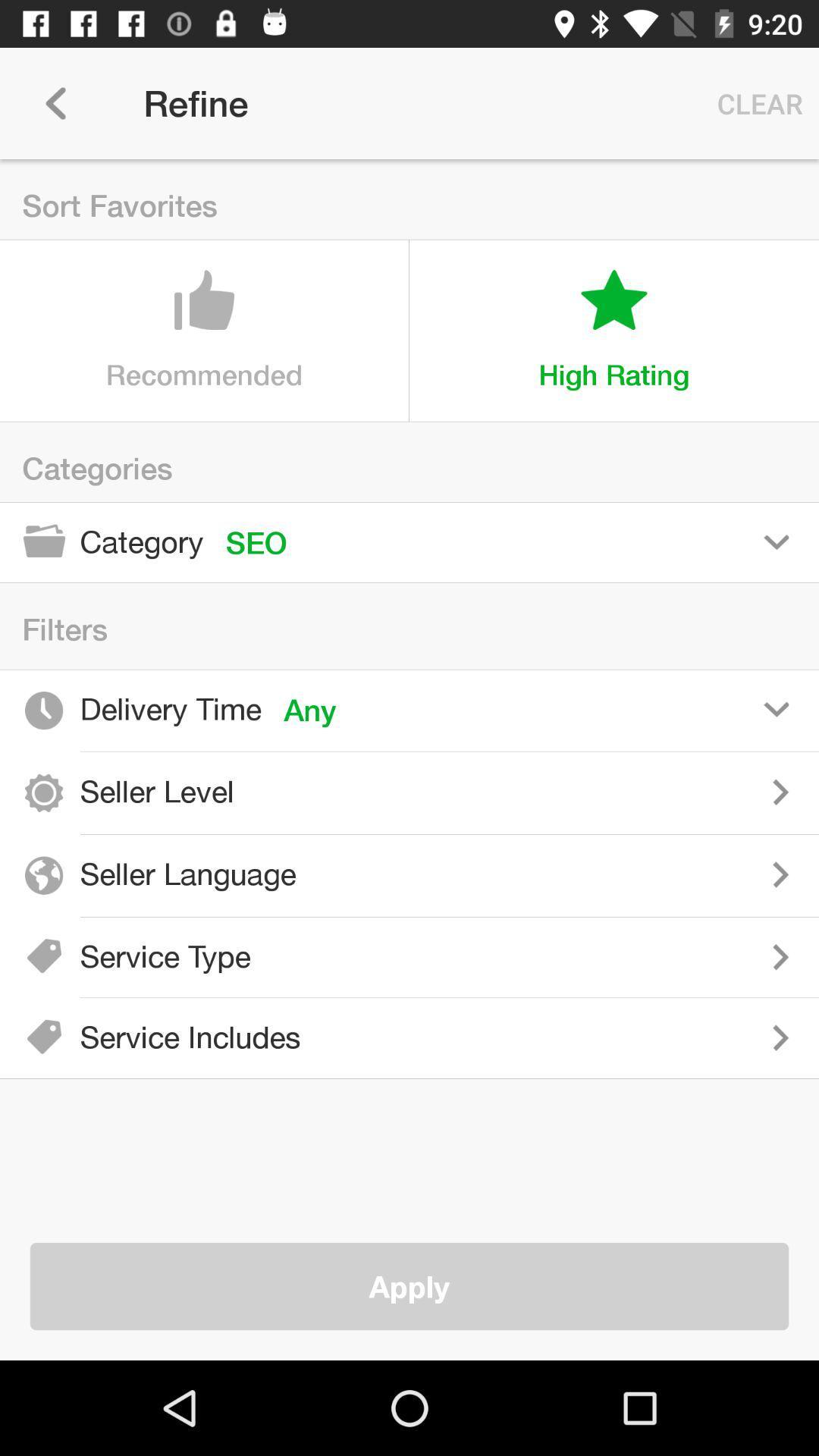 The image size is (819, 1456). I want to click on icon next to refine item, so click(55, 102).